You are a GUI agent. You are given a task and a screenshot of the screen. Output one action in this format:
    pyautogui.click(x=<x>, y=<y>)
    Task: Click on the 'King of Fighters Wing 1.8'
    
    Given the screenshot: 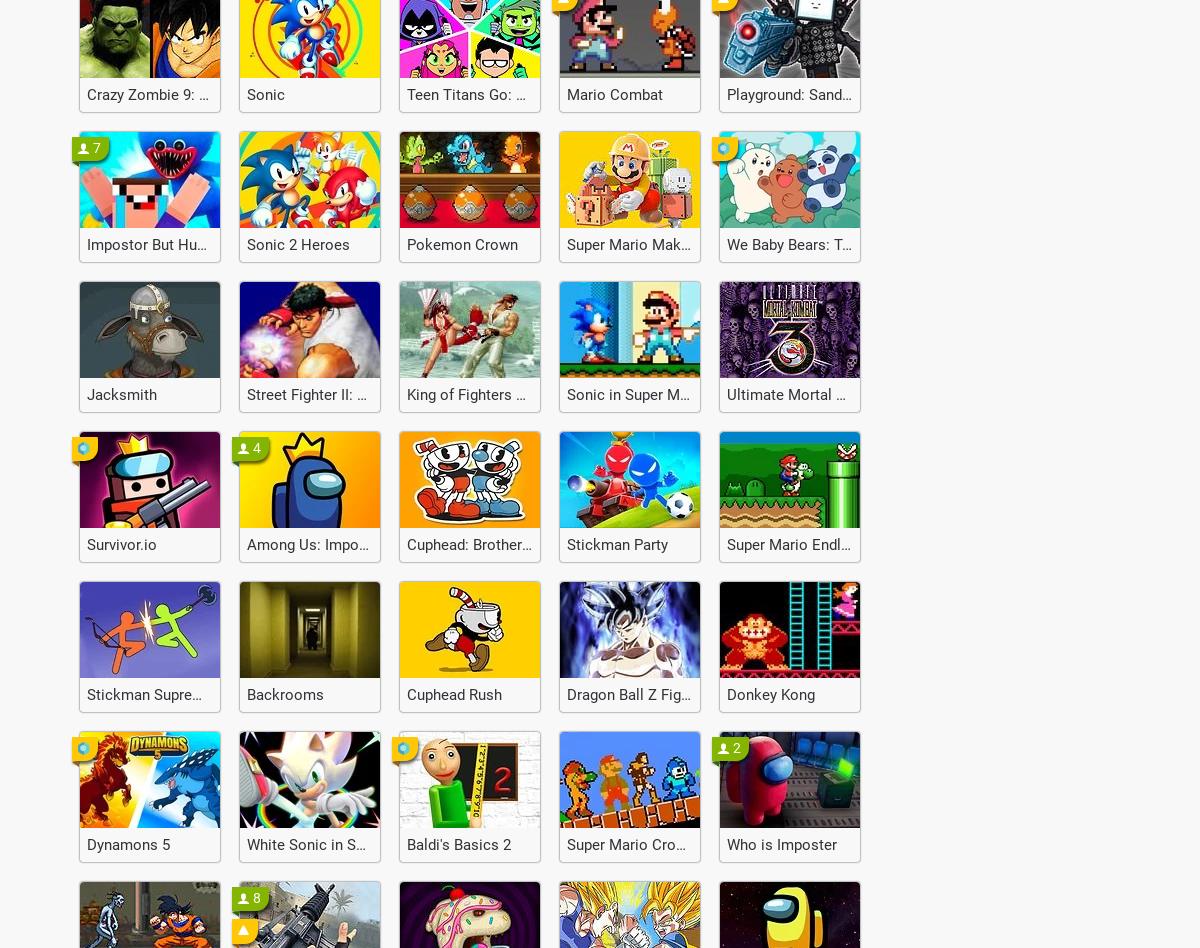 What is the action you would take?
    pyautogui.click(x=488, y=394)
    